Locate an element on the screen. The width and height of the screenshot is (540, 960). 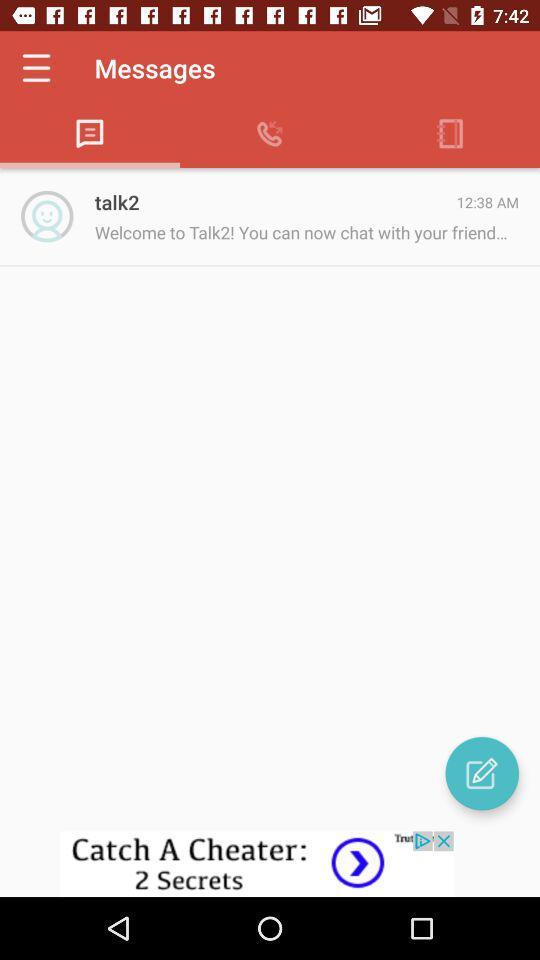
open advertisement is located at coordinates (270, 863).